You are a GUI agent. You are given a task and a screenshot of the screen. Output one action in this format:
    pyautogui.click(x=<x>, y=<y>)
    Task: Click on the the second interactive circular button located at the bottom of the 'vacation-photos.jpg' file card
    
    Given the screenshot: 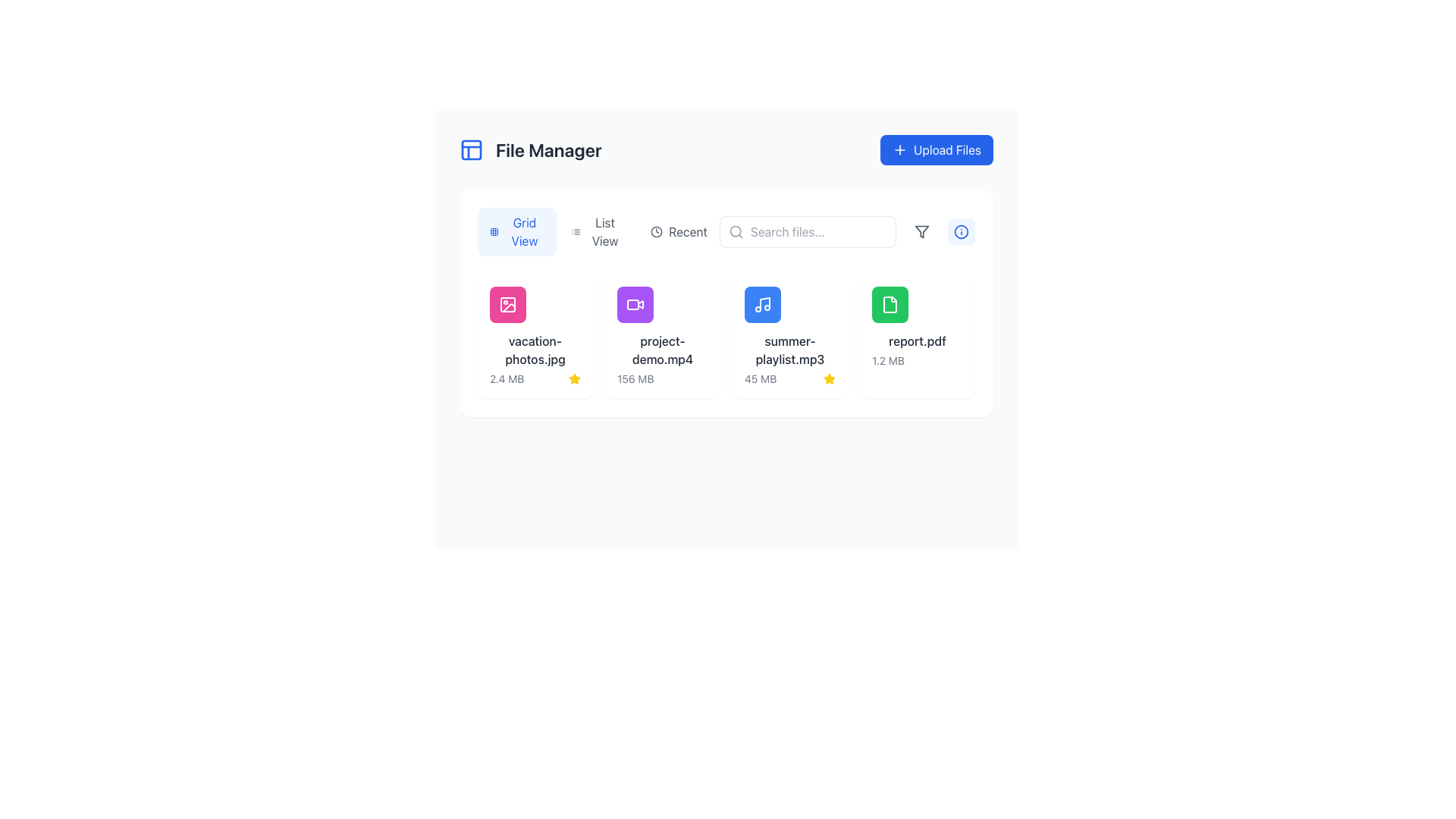 What is the action you would take?
    pyautogui.click(x=535, y=376)
    